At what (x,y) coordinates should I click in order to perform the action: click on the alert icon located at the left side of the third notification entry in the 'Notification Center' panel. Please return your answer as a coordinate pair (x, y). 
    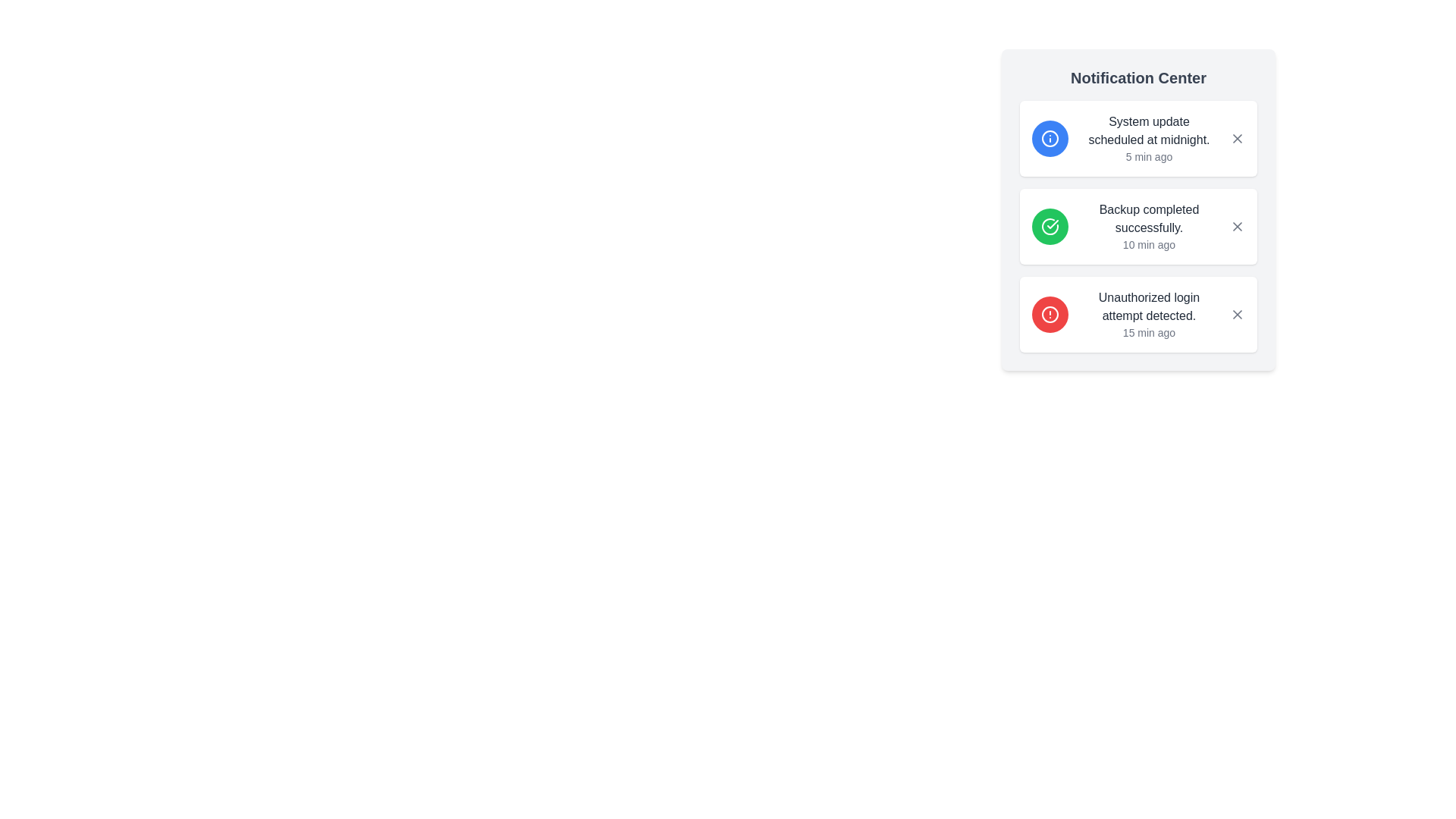
    Looking at the image, I should click on (1050, 314).